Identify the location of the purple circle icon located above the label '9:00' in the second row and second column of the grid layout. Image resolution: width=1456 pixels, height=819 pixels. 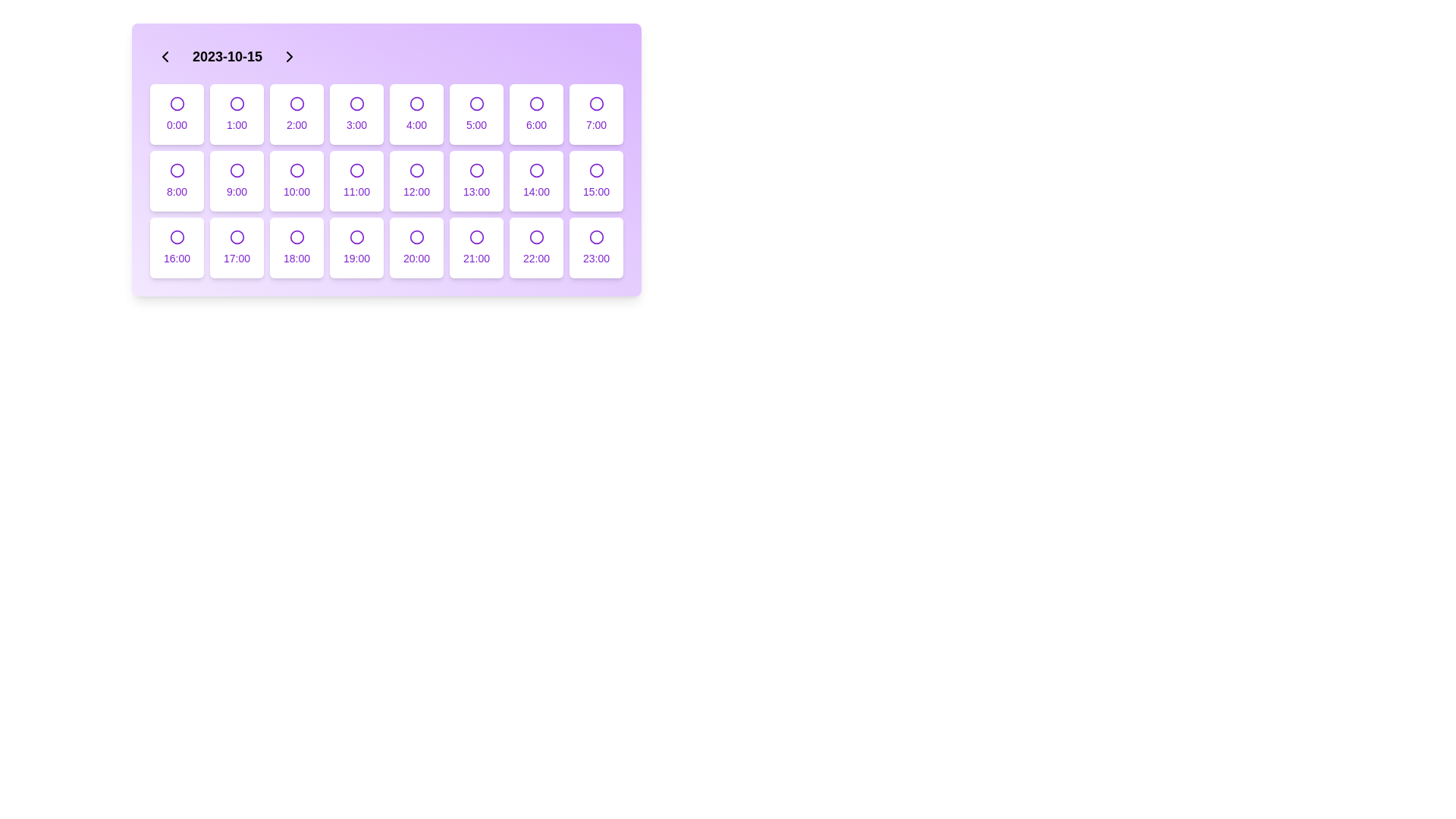
(236, 170).